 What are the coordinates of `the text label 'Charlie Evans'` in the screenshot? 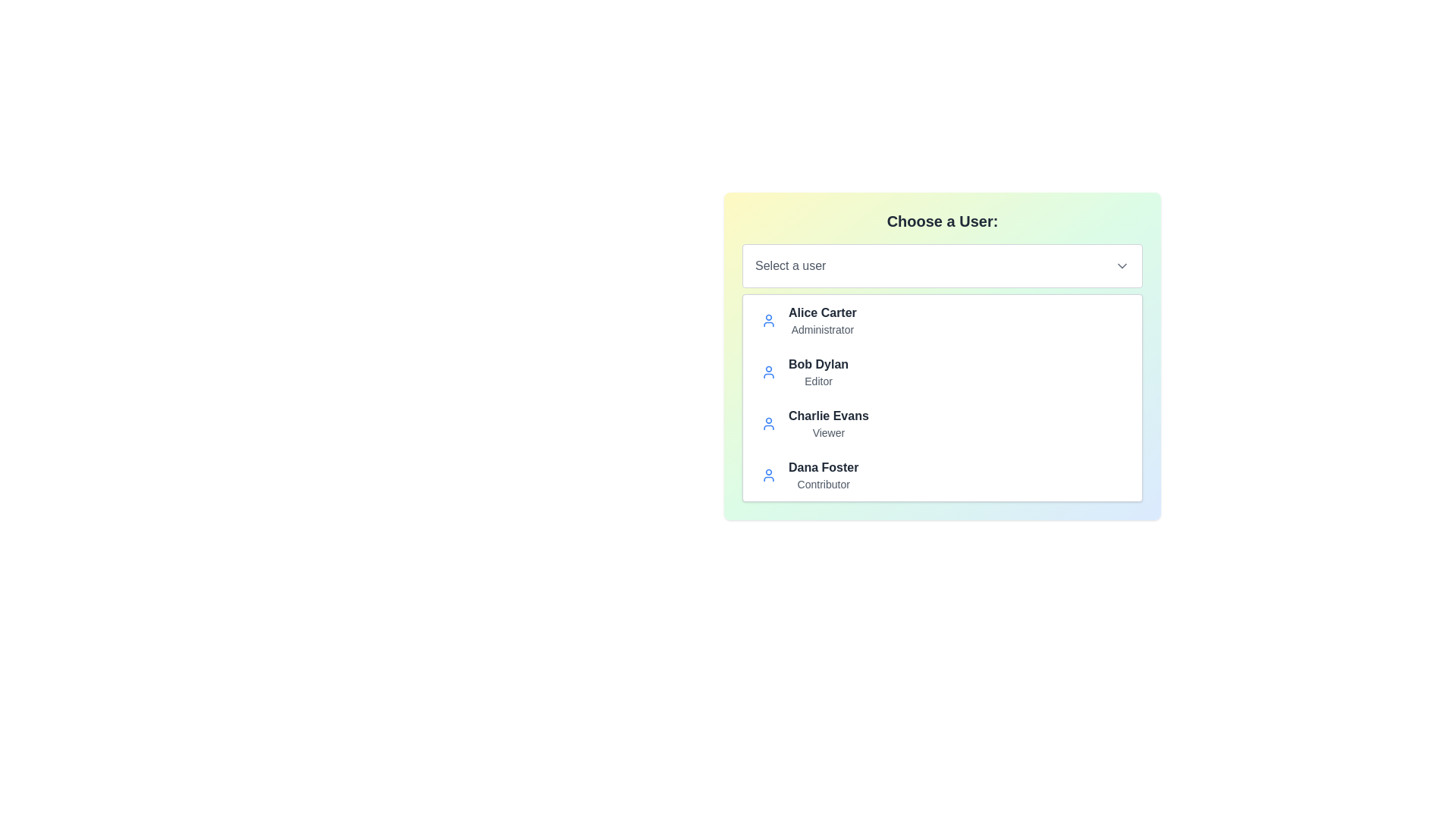 It's located at (827, 416).